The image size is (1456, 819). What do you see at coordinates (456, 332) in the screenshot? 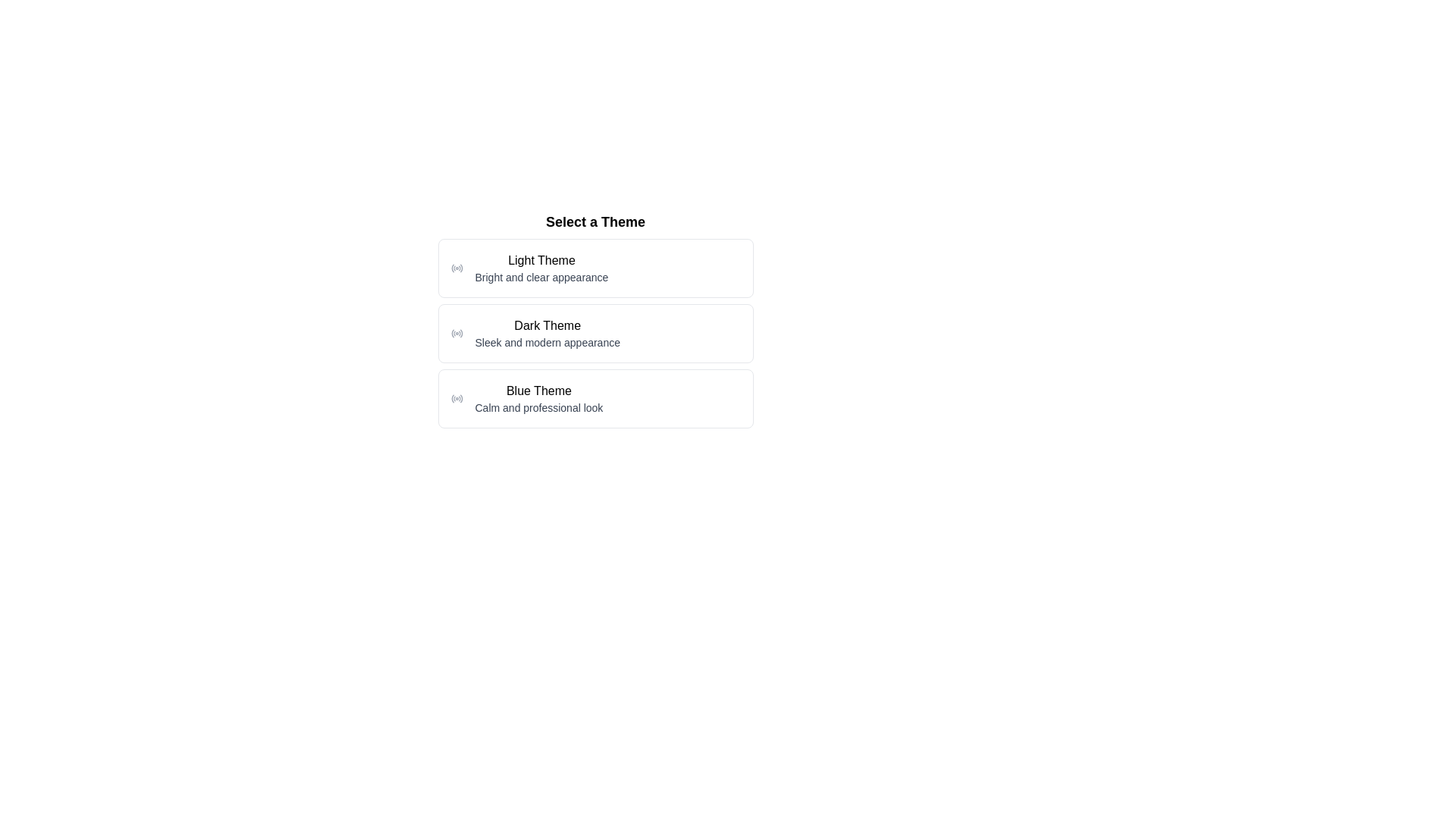
I see `the radio button styled icon associated with the 'Dark Theme' option in the theme selection UI` at bounding box center [456, 332].